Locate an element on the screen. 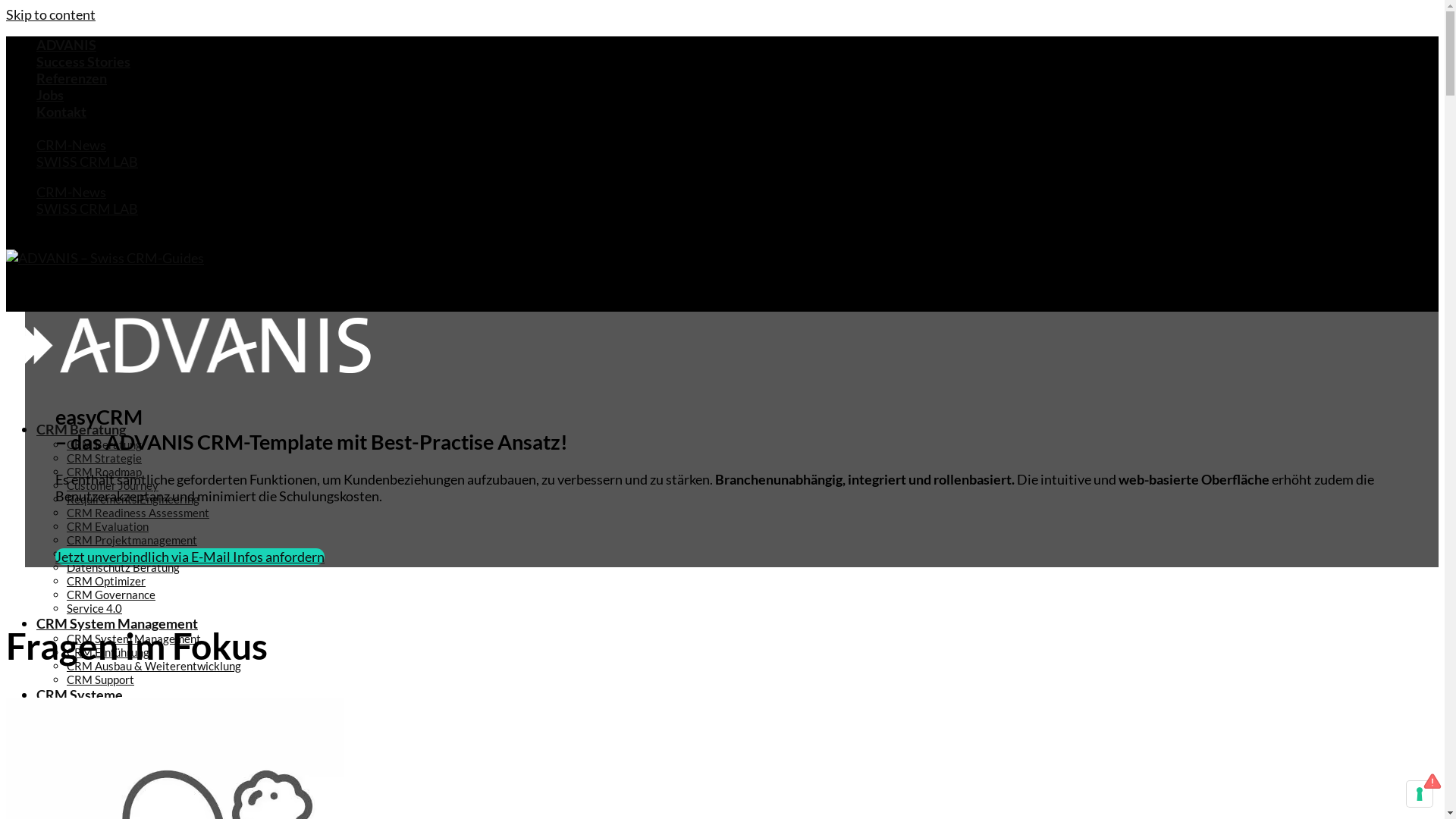  'CRM Ausbau & Weiterentwicklung' is located at coordinates (153, 665).